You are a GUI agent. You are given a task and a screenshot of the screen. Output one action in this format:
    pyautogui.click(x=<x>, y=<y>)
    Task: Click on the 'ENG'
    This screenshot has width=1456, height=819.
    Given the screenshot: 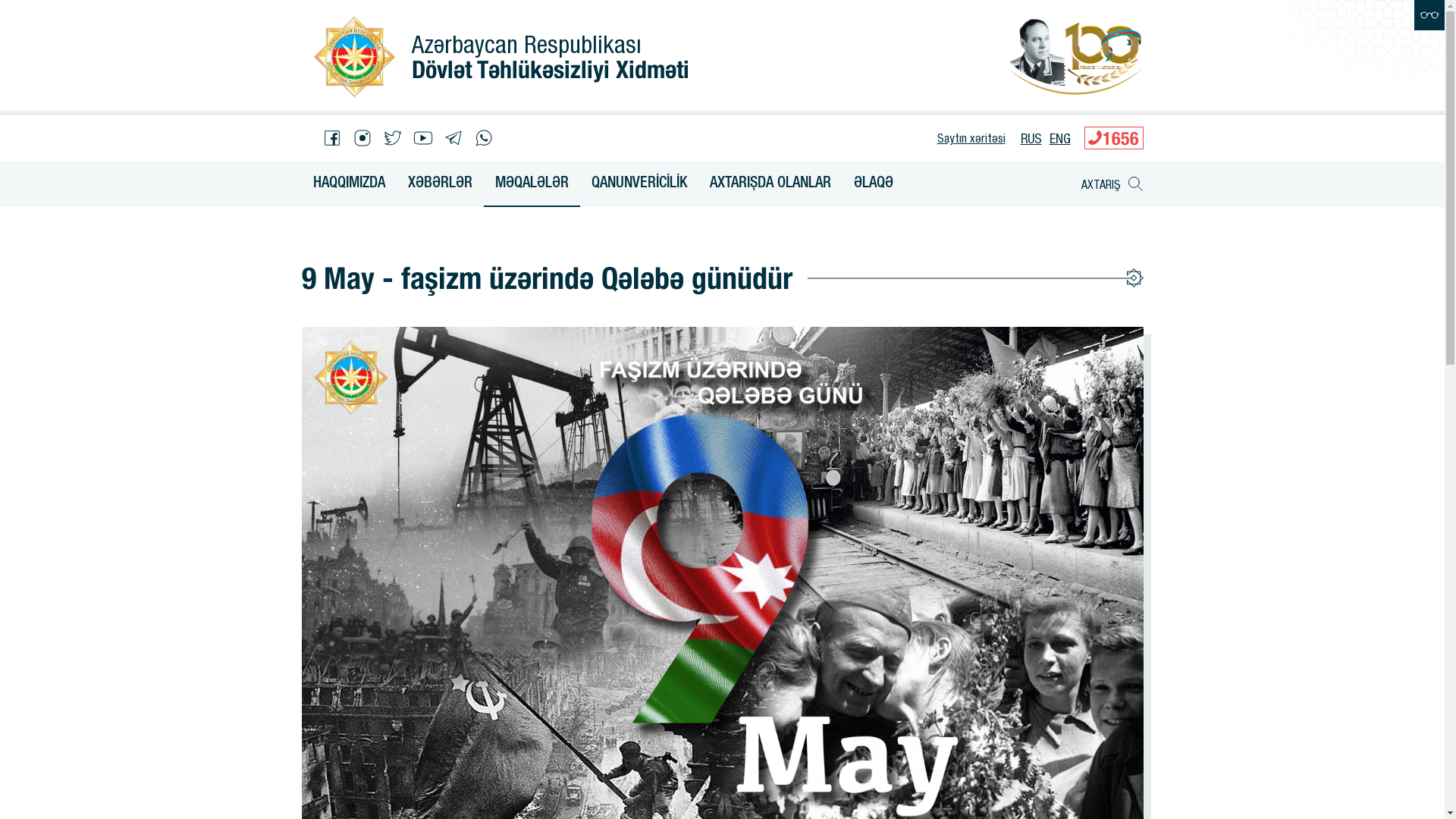 What is the action you would take?
    pyautogui.click(x=1059, y=137)
    